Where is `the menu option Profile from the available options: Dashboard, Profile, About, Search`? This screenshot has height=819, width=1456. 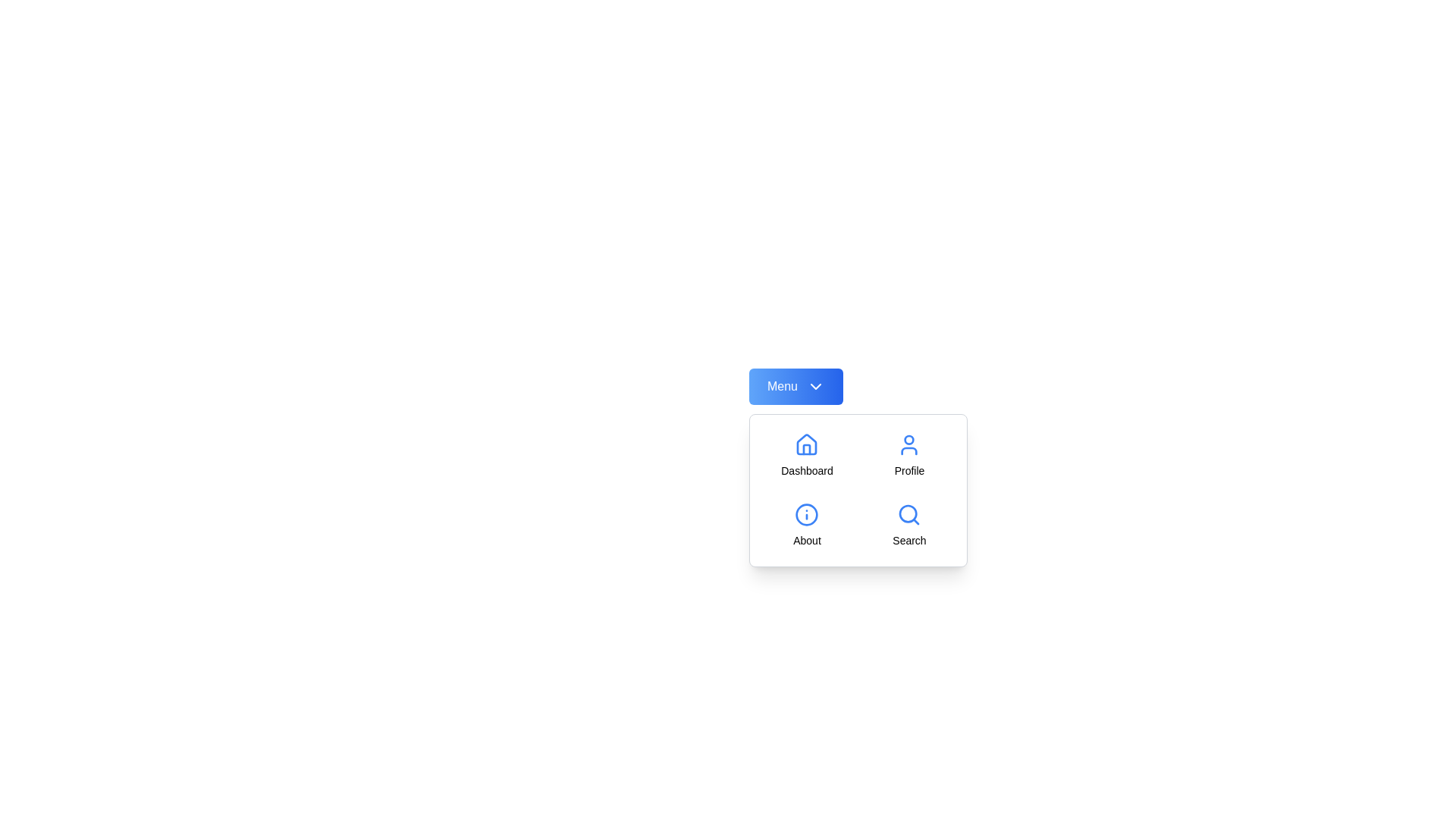
the menu option Profile from the available options: Dashboard, Profile, About, Search is located at coordinates (909, 455).